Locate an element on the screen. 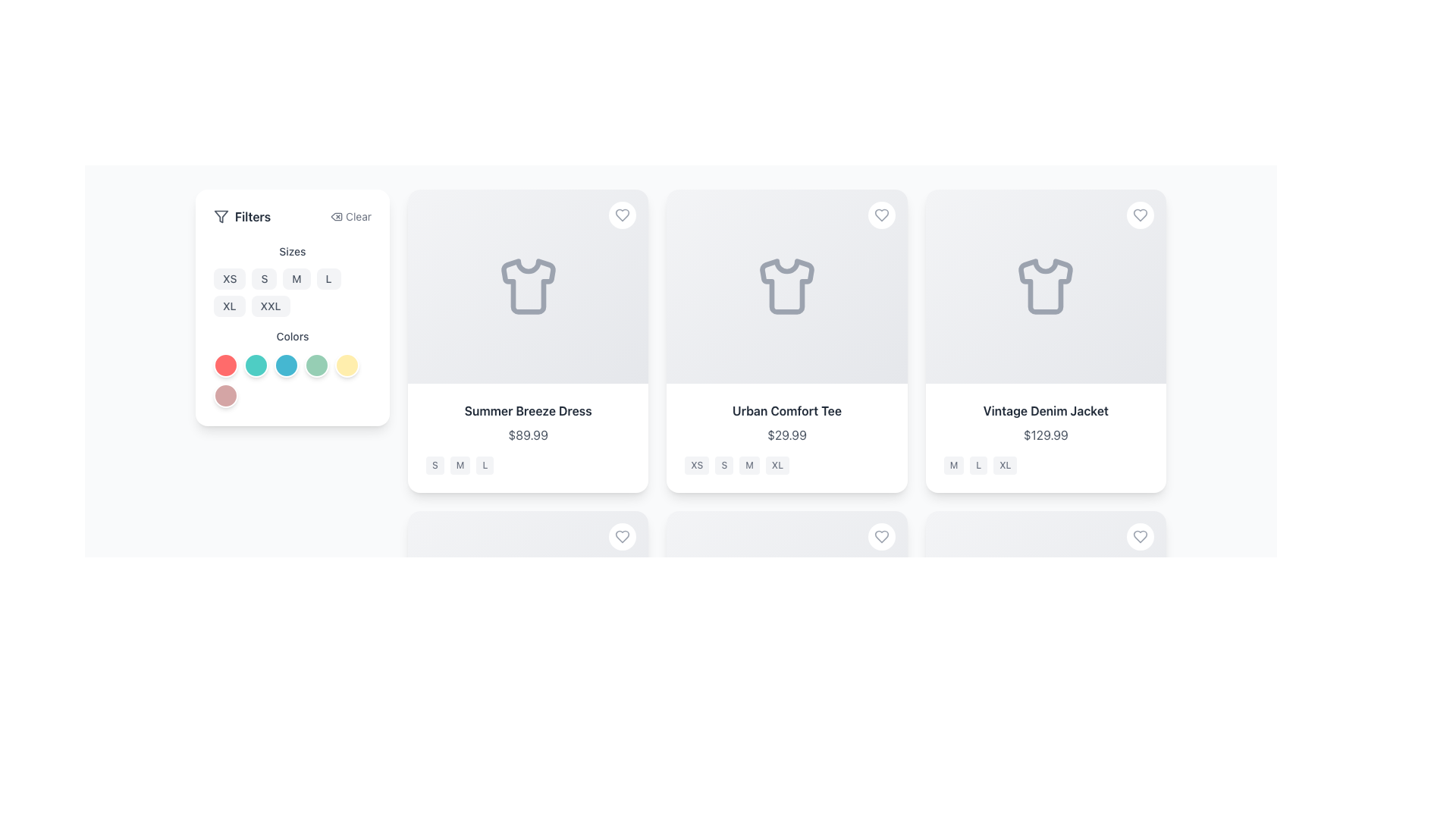 This screenshot has height=819, width=1456. the fifth button is located at coordinates (346, 366).